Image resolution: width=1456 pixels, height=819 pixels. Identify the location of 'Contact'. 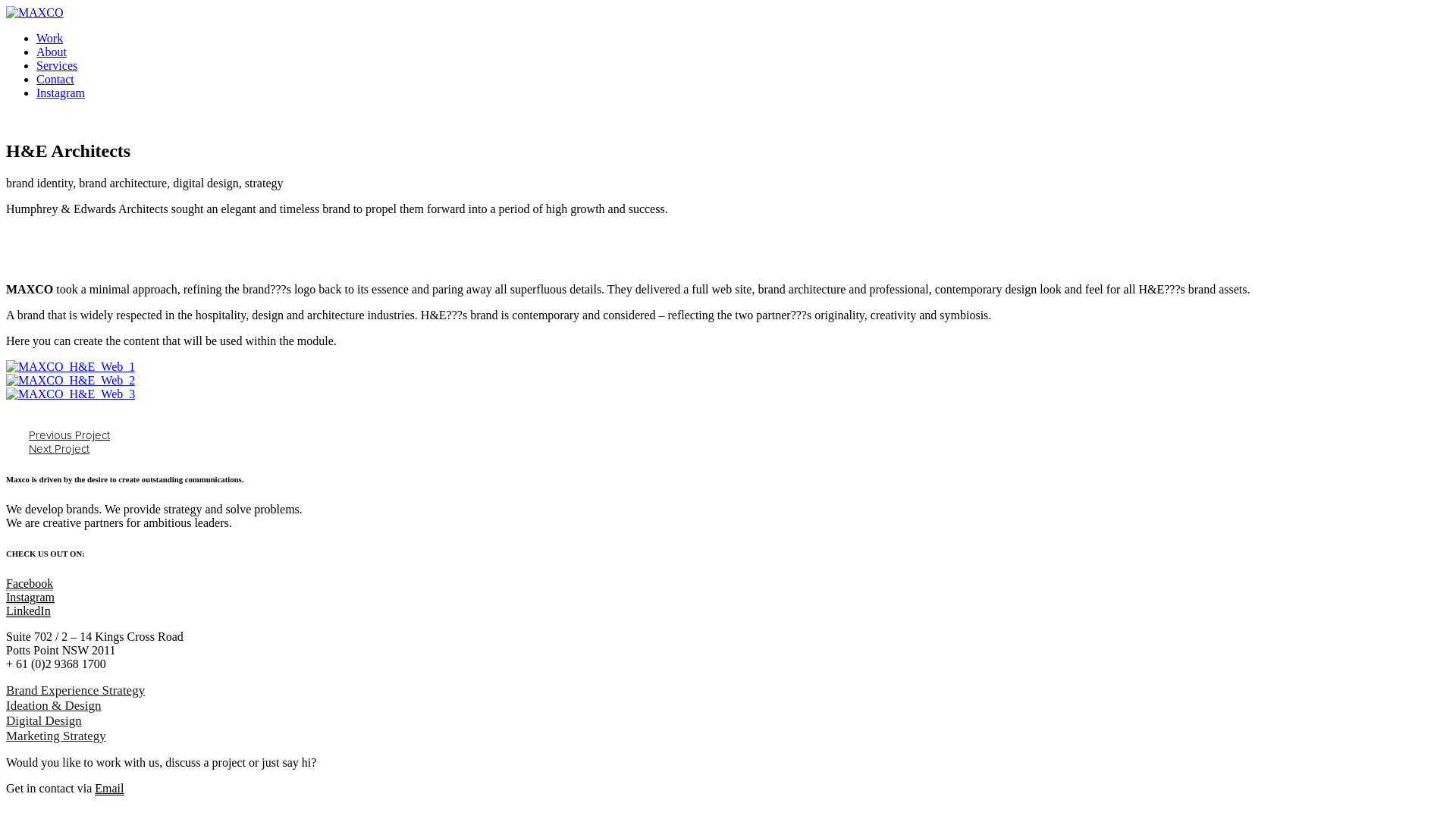
(36, 79).